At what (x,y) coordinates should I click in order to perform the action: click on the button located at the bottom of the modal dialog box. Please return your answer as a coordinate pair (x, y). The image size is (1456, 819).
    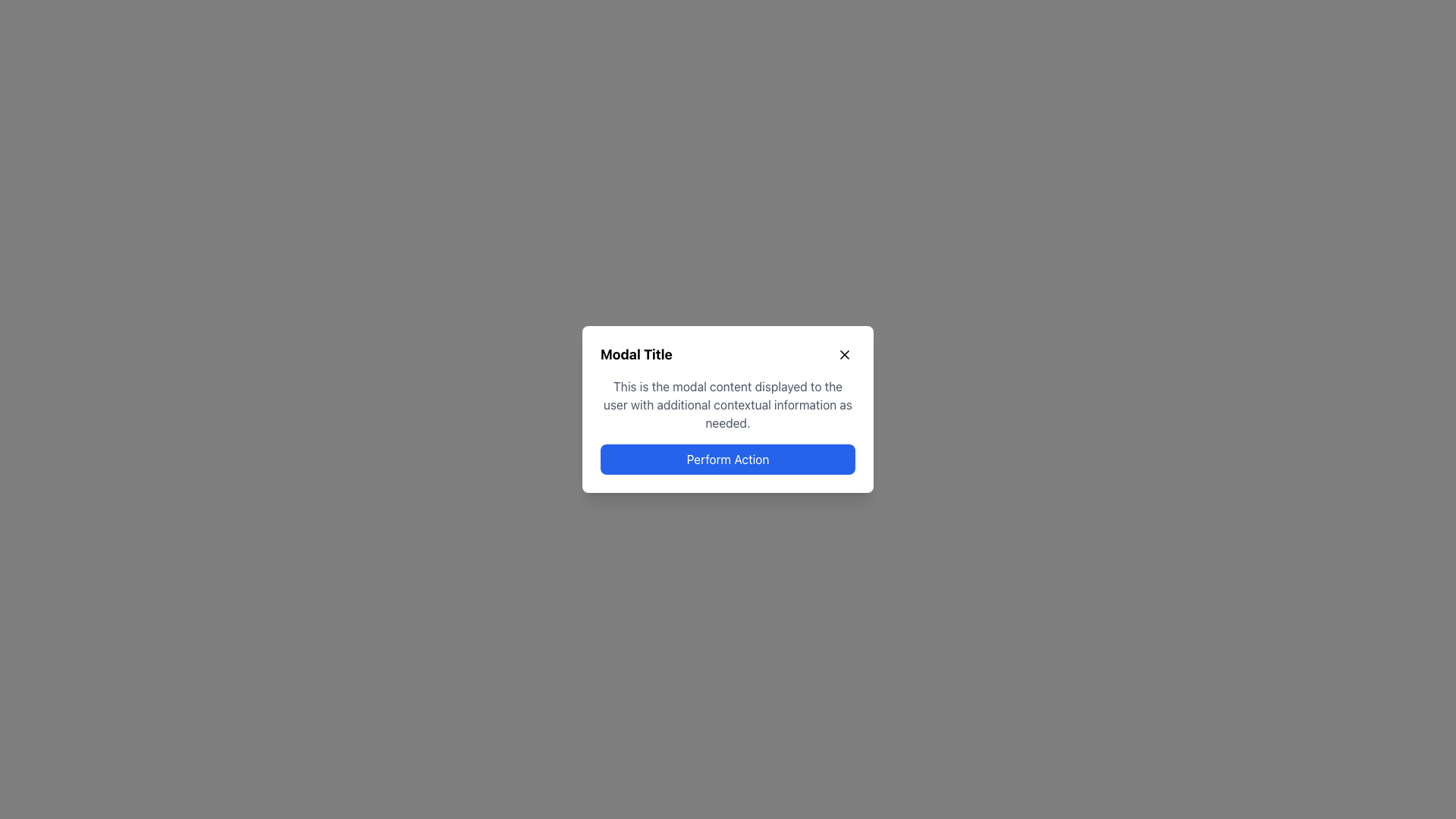
    Looking at the image, I should click on (728, 458).